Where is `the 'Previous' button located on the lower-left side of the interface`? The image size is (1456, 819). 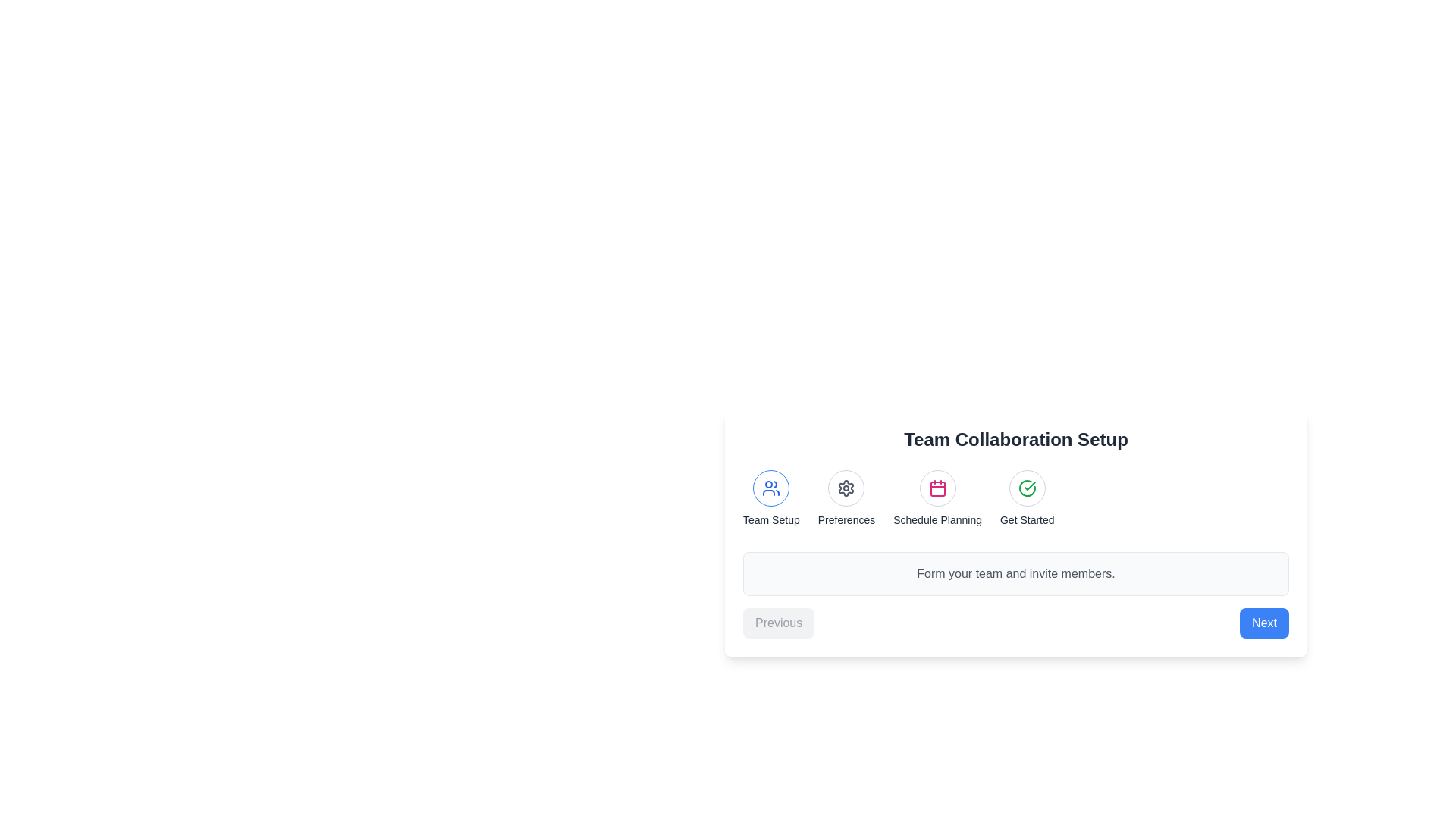
the 'Previous' button located on the lower-left side of the interface is located at coordinates (779, 623).